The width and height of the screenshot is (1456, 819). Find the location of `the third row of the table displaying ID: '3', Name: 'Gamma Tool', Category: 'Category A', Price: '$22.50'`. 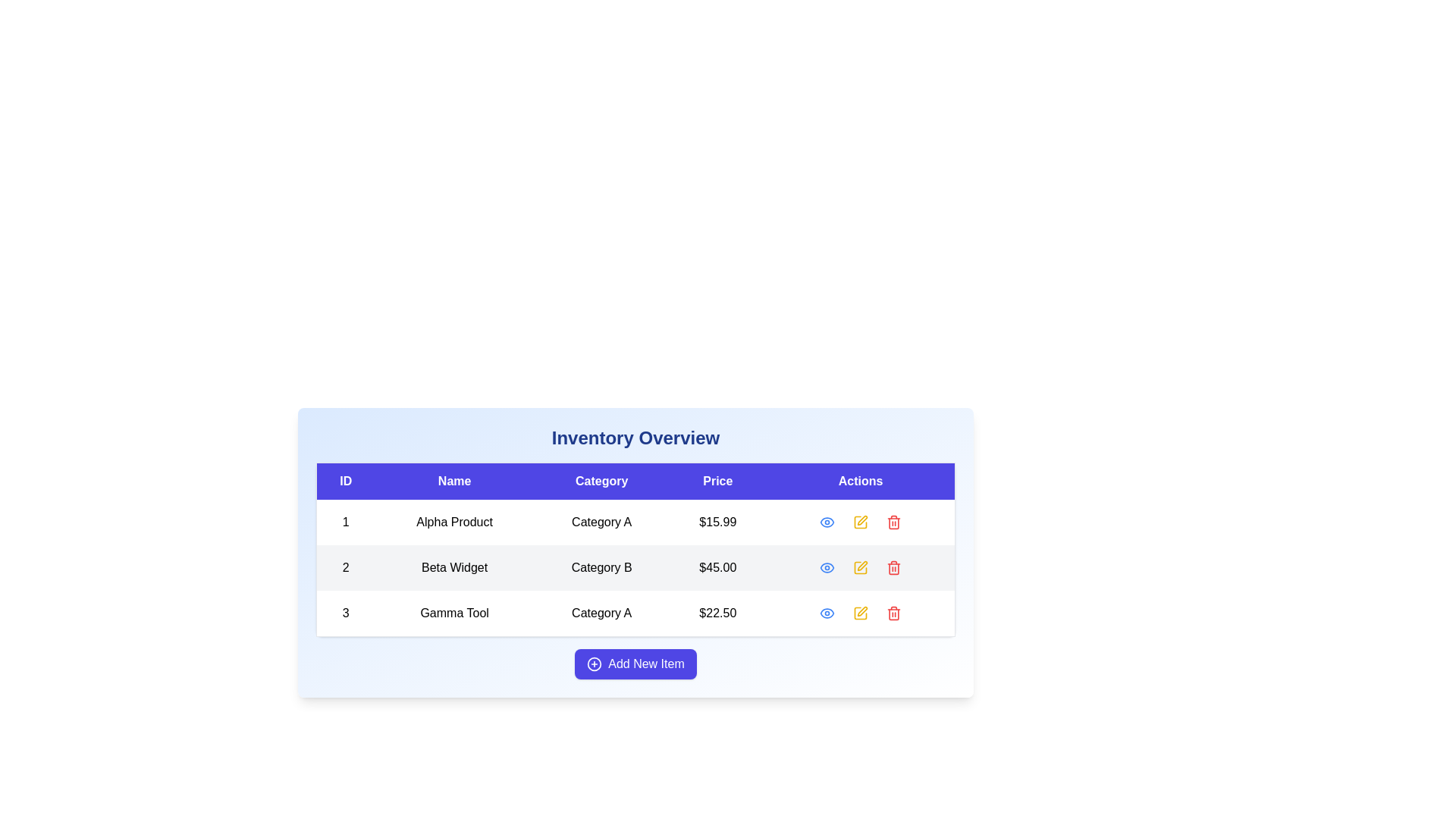

the third row of the table displaying ID: '3', Name: 'Gamma Tool', Category: 'Category A', Price: '$22.50' is located at coordinates (635, 613).